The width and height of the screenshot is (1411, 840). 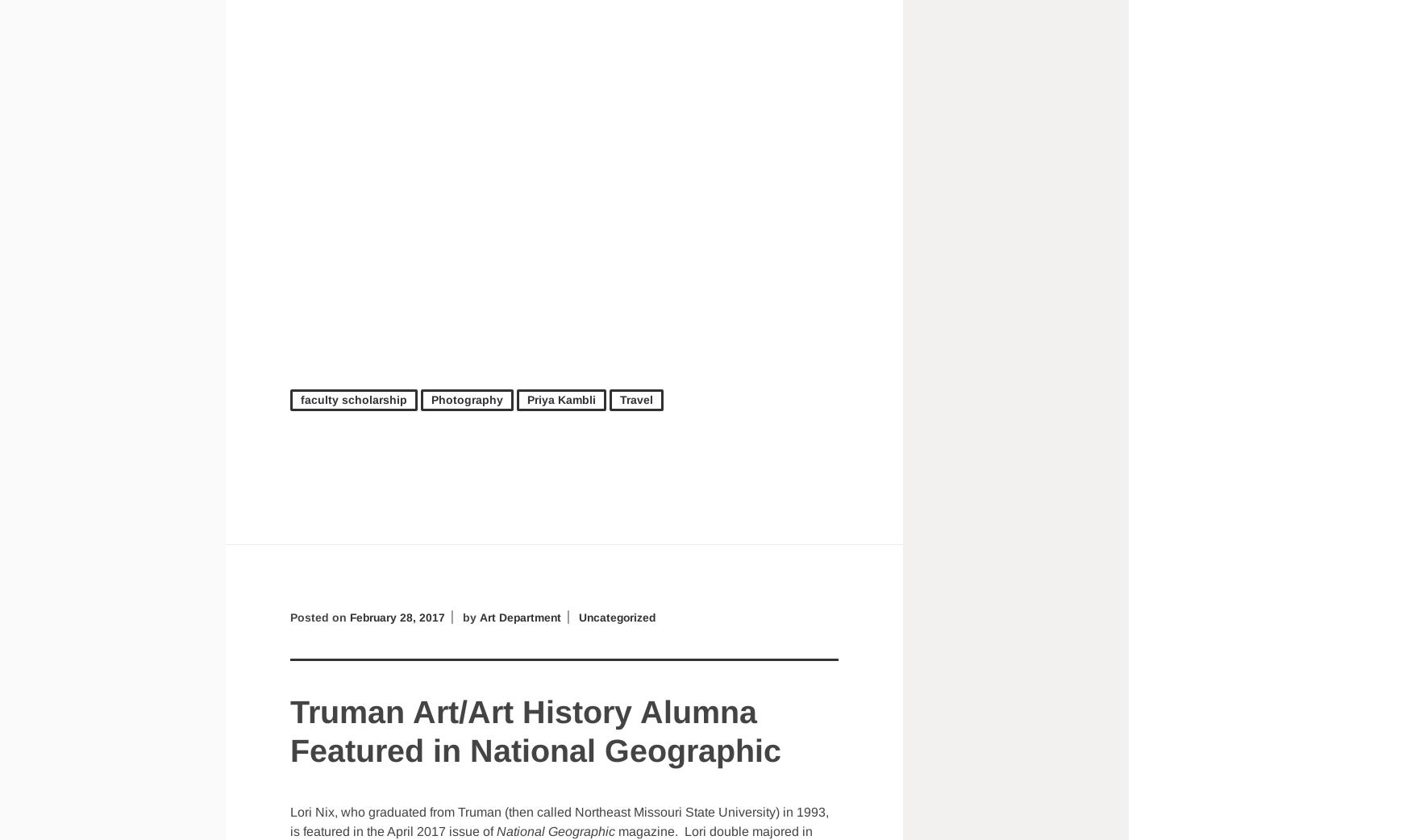 I want to click on 'Truman Art/Art History Alumna Featured in National Geographic', so click(x=544, y=730).